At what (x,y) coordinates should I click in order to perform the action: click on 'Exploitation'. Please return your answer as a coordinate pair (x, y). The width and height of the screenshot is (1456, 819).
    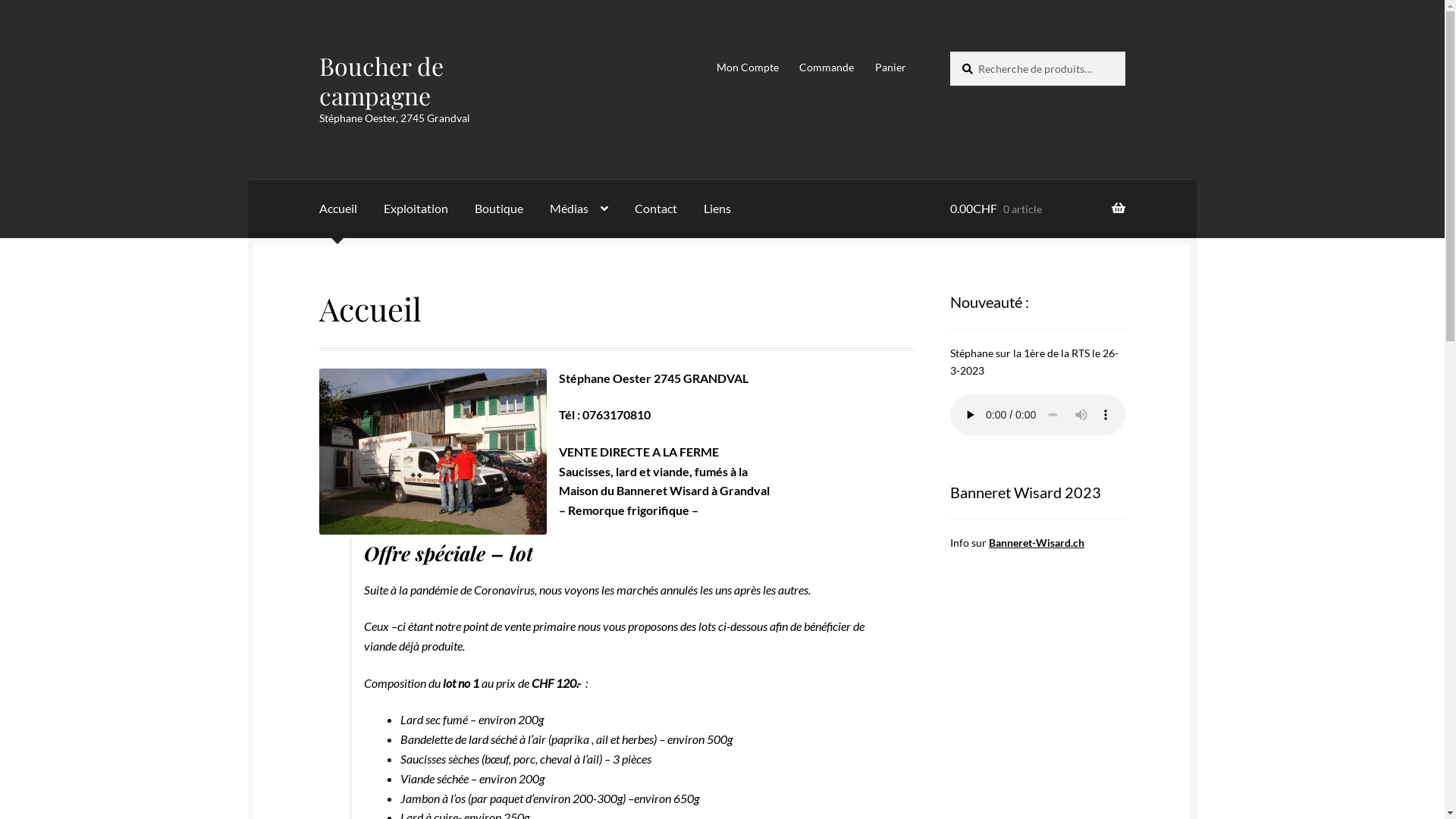
    Looking at the image, I should click on (416, 208).